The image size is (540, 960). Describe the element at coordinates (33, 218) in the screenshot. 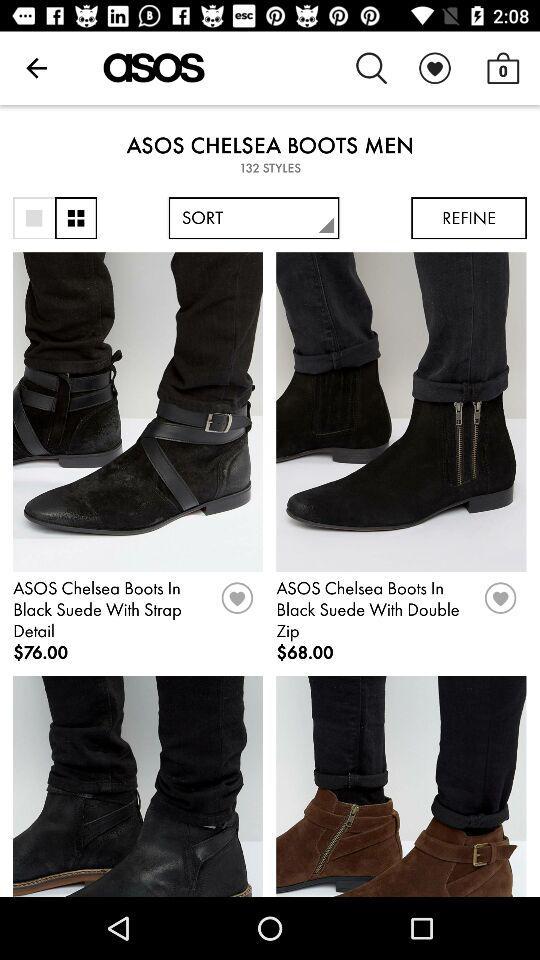

I see `item below the 132 styles` at that location.